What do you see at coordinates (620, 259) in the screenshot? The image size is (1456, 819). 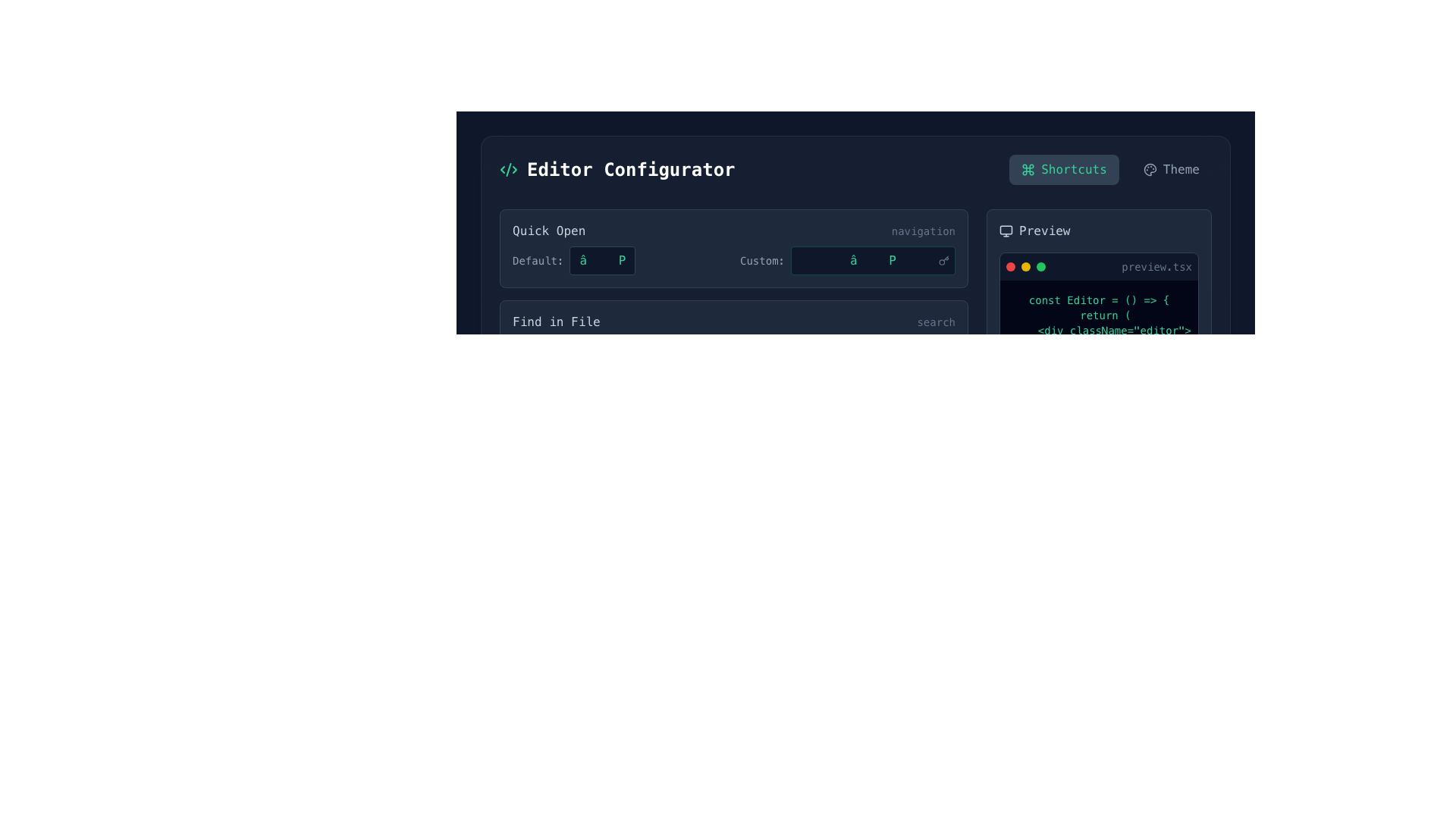 I see `the stylized text component in the 'Quick Open' section that indicates a specific command or key combination` at bounding box center [620, 259].